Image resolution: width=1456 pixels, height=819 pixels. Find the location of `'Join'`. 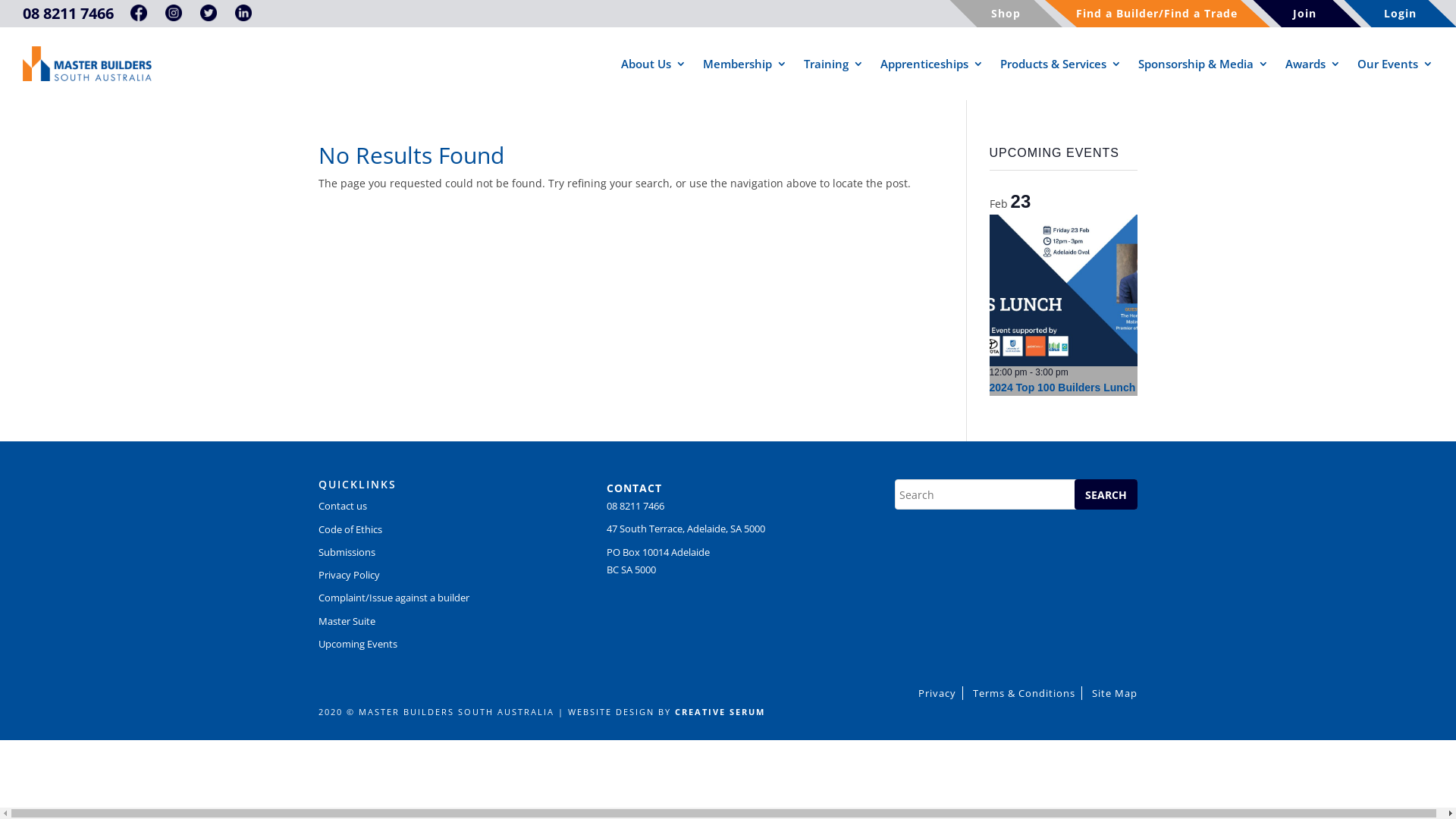

'Join' is located at coordinates (1303, 14).